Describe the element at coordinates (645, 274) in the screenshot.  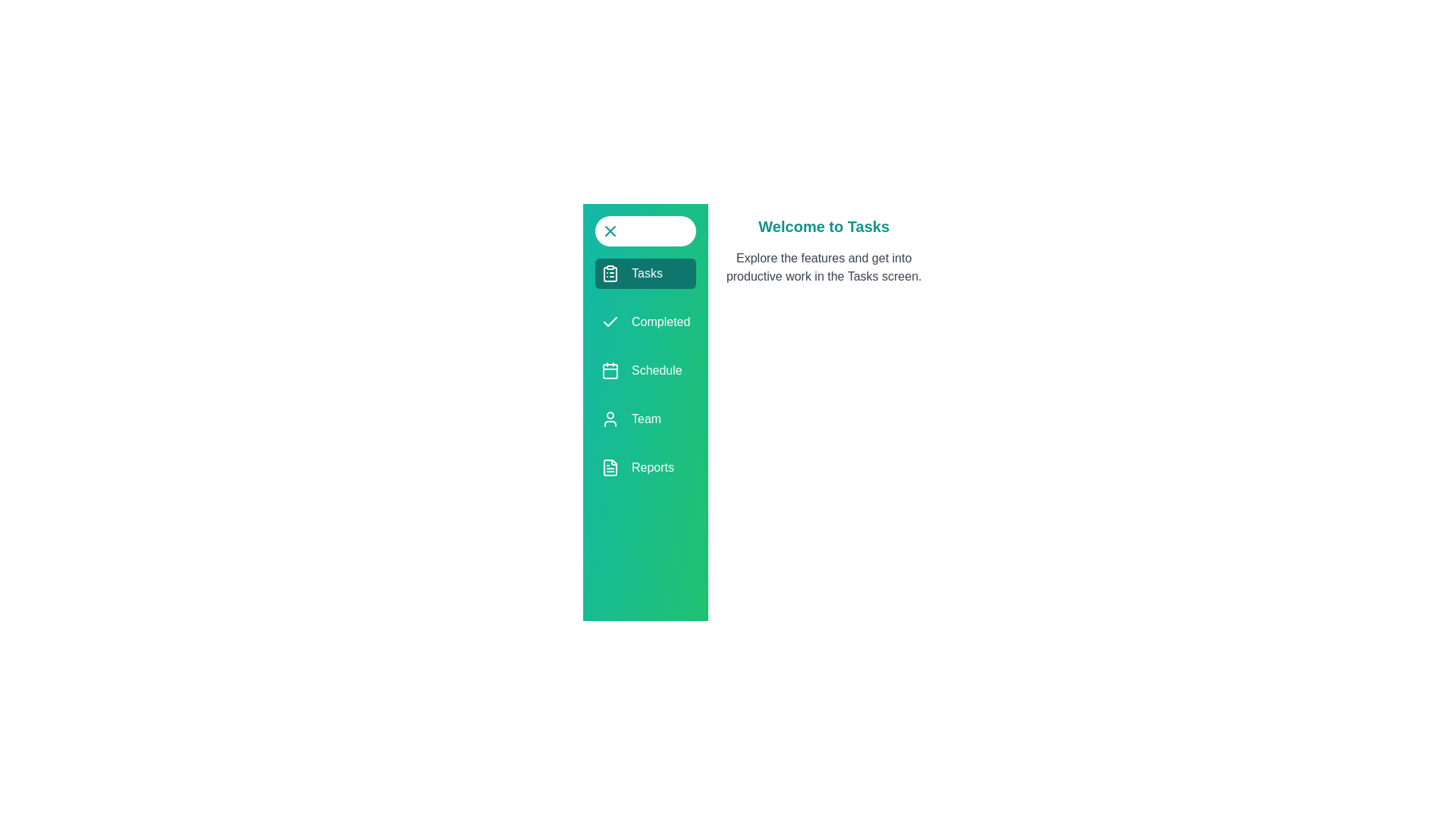
I see `the menu item Tasks from the available options` at that location.